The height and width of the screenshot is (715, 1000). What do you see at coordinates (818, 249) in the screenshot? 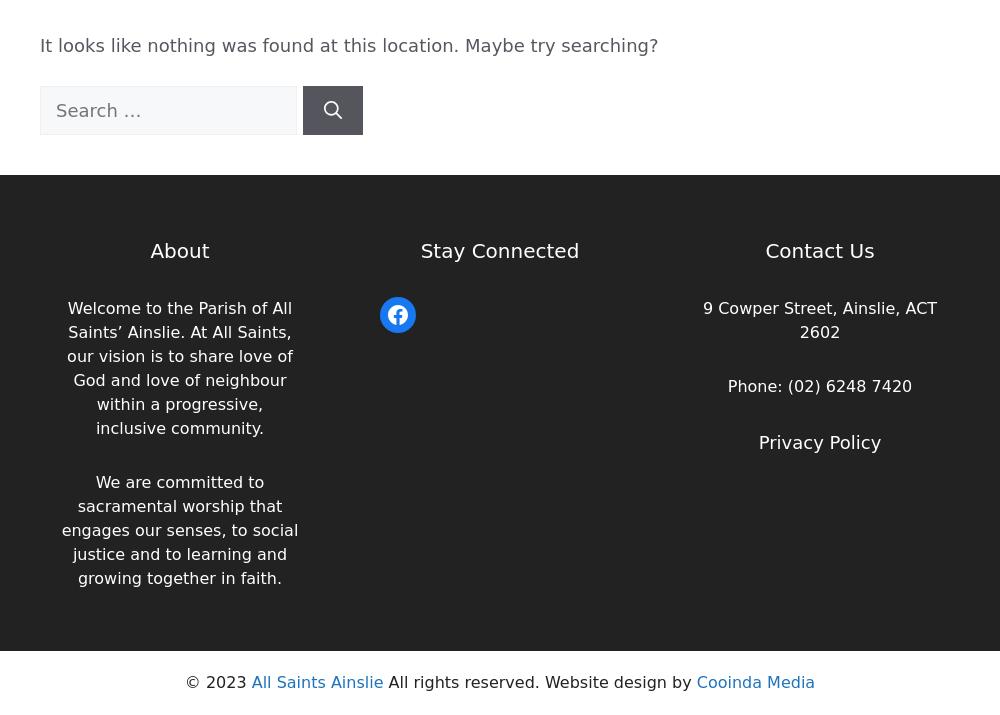
I see `'Contact Us'` at bounding box center [818, 249].